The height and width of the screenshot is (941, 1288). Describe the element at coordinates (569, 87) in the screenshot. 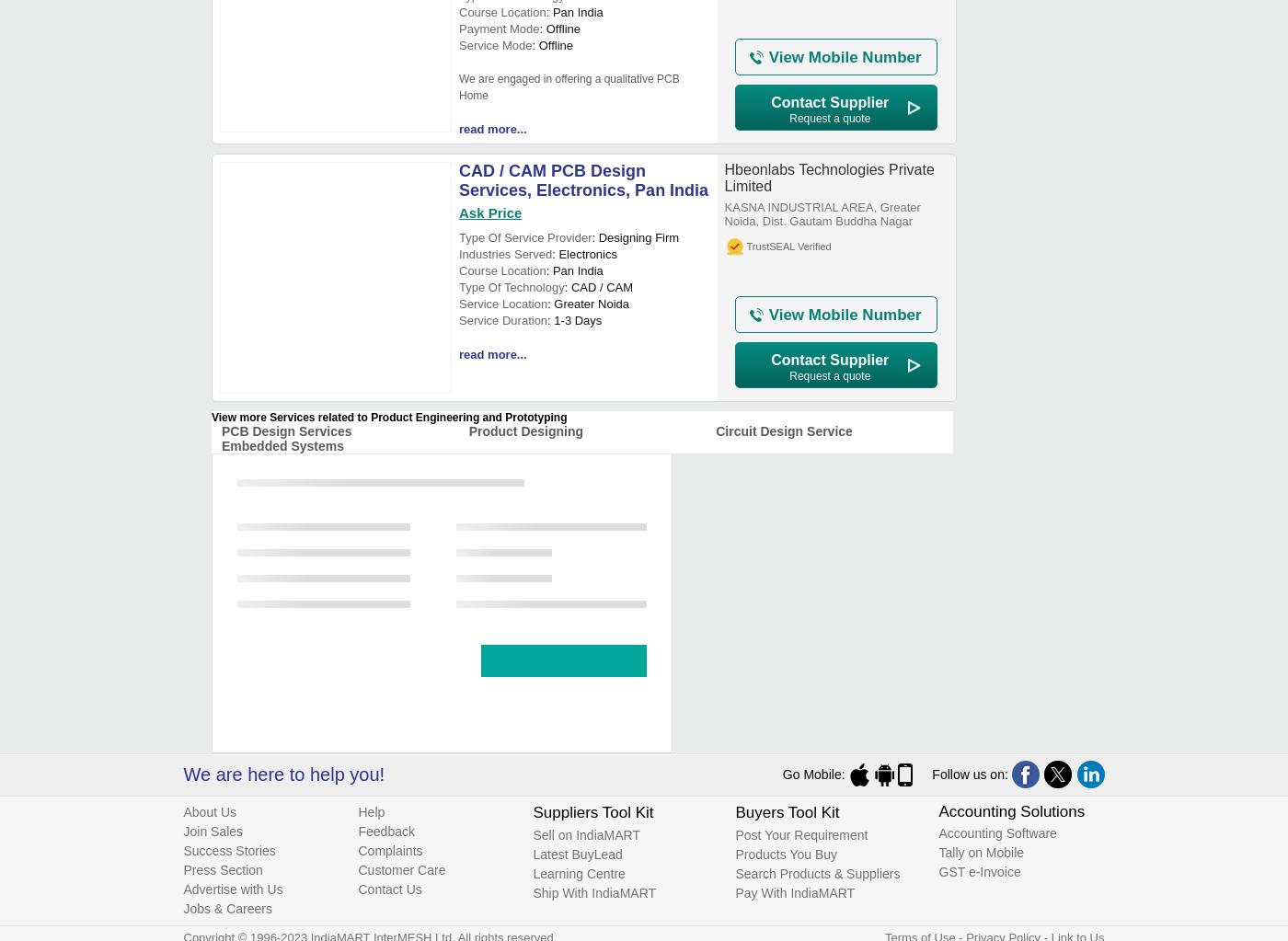

I see `'We are engaged in offering a qualitative PCB Home'` at that location.